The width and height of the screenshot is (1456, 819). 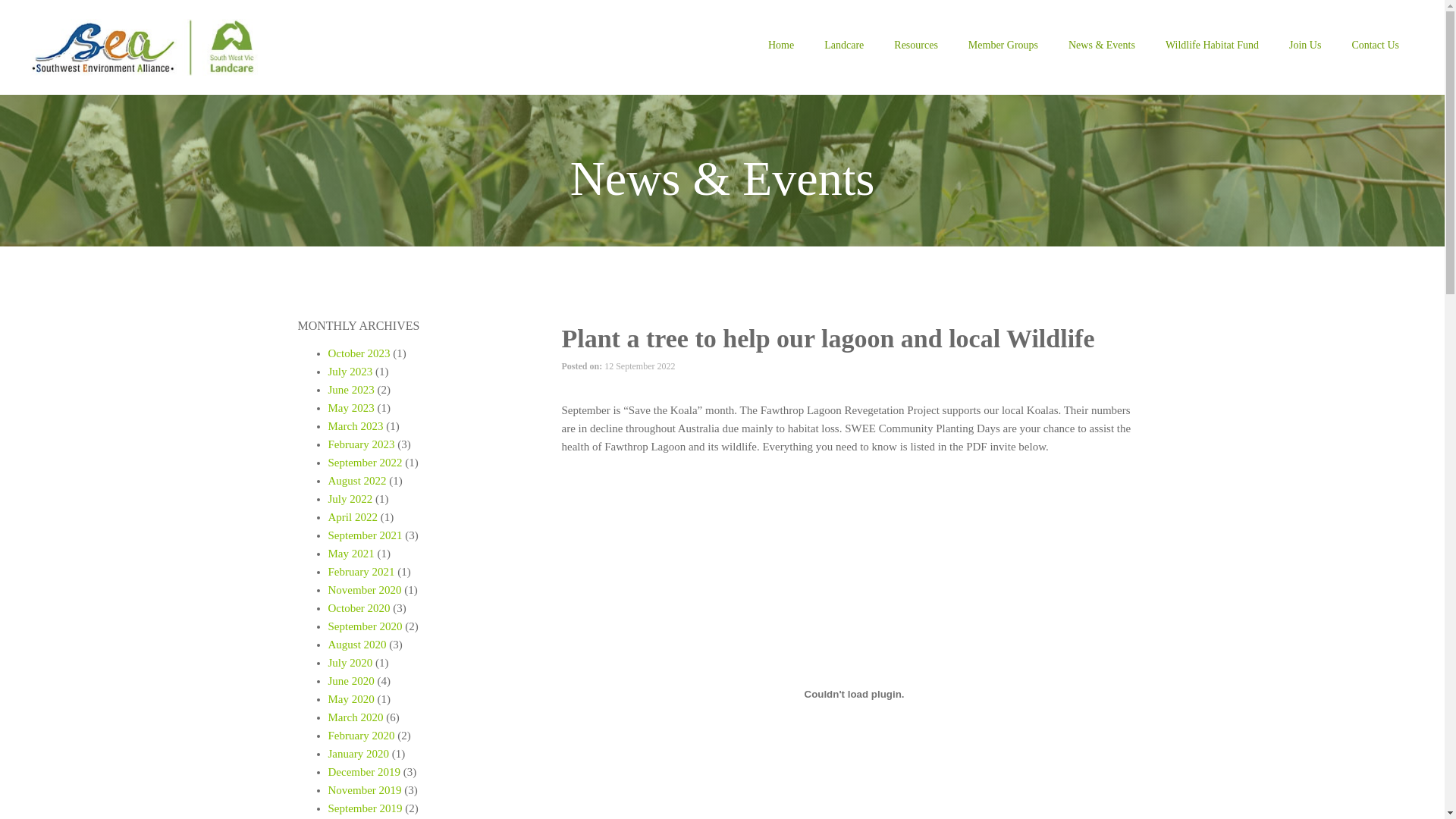 I want to click on 'May 2020', so click(x=350, y=698).